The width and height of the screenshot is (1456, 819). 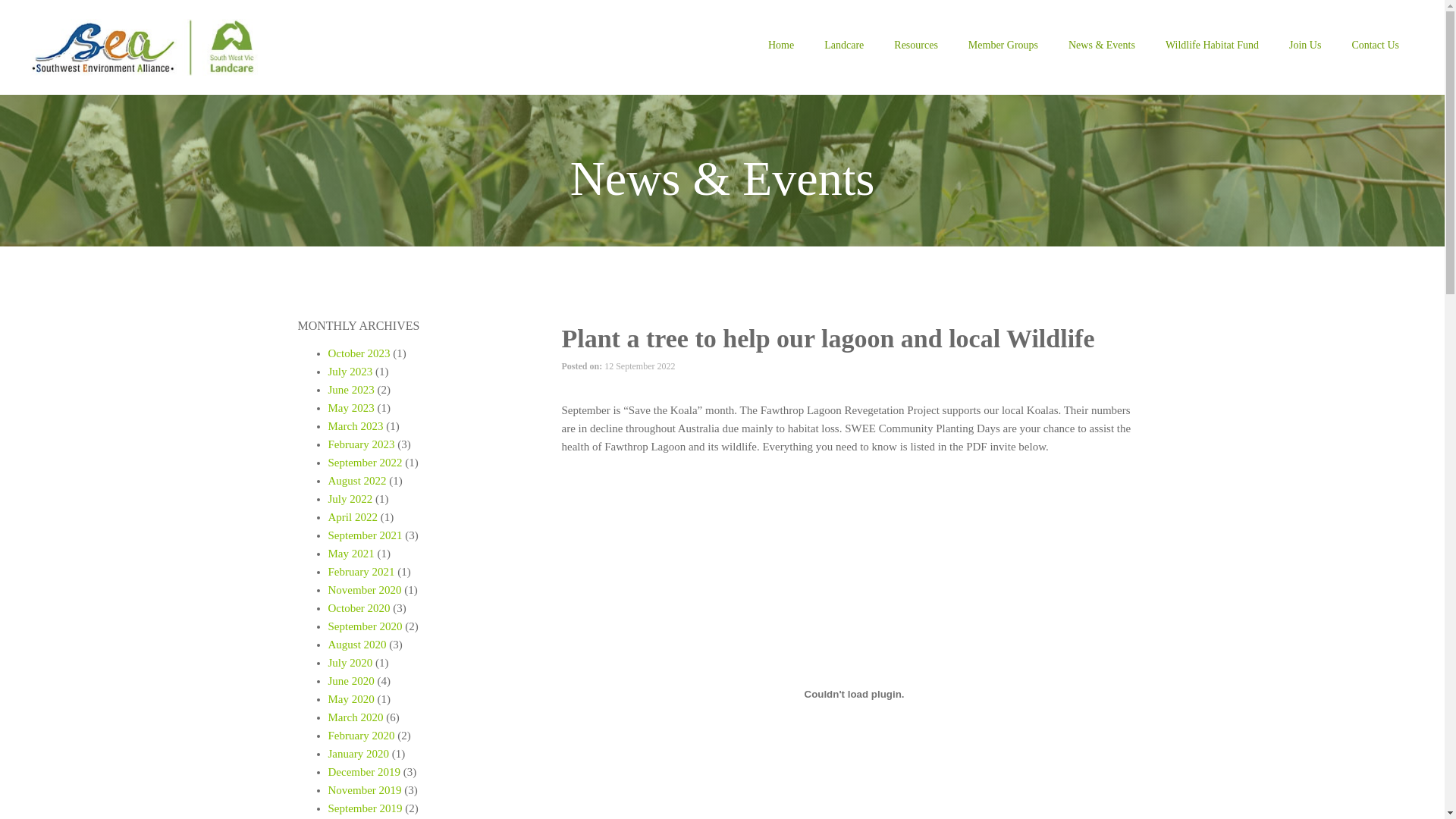 I want to click on 'May 2020', so click(x=350, y=698).